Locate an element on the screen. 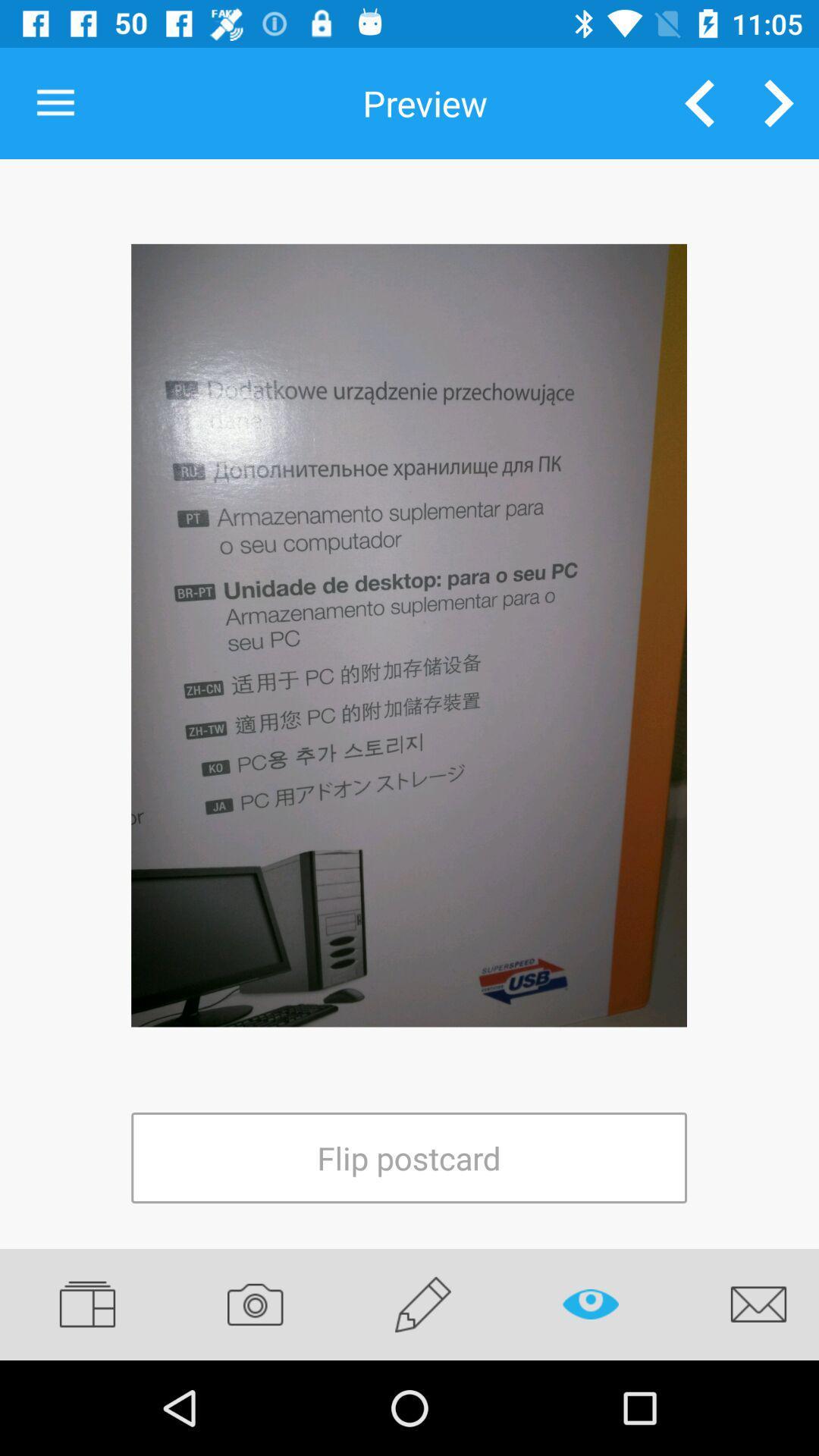 This screenshot has height=1456, width=819. go forward is located at coordinates (779, 102).